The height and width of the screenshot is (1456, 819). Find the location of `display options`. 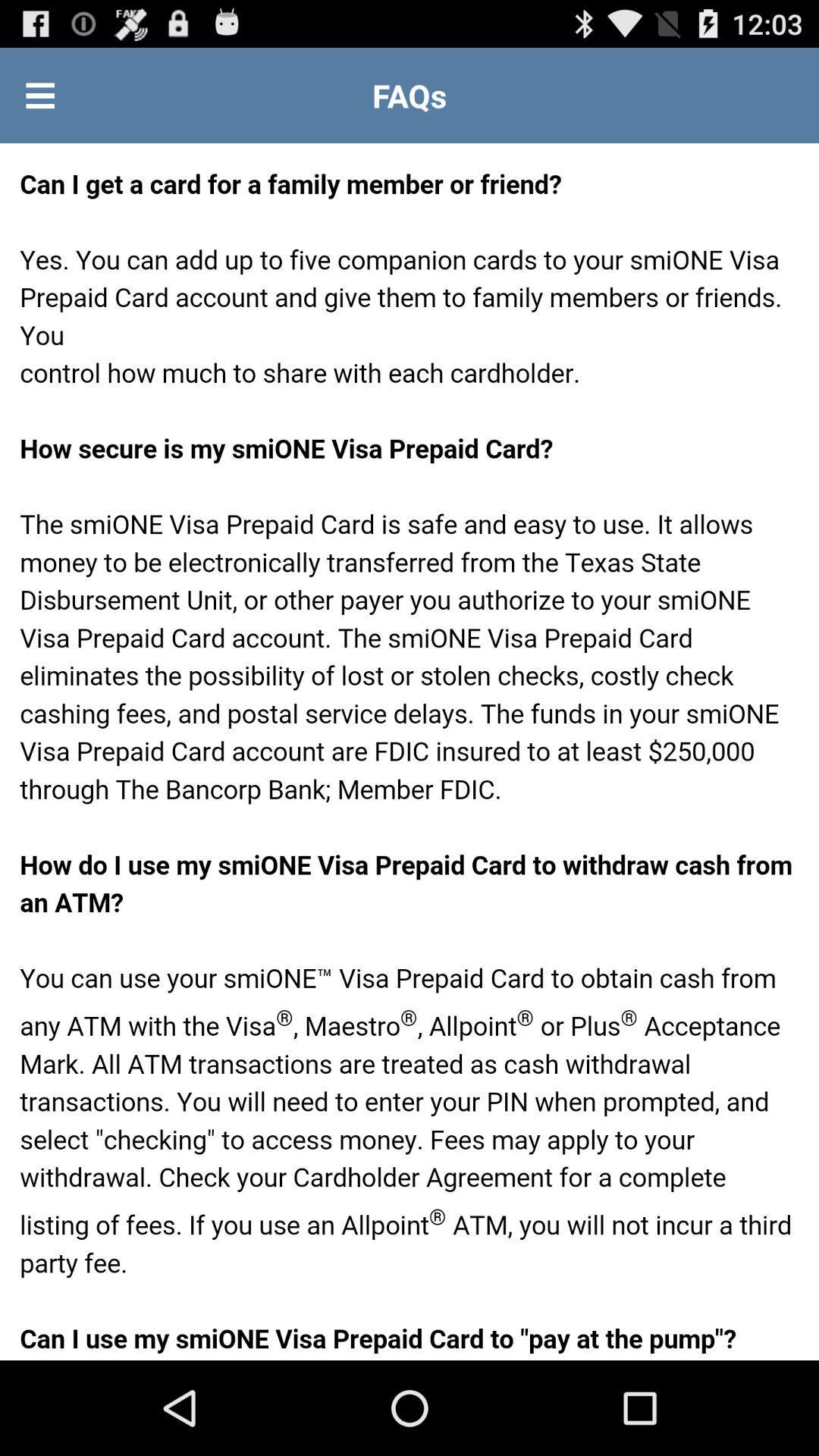

display options is located at coordinates (39, 94).